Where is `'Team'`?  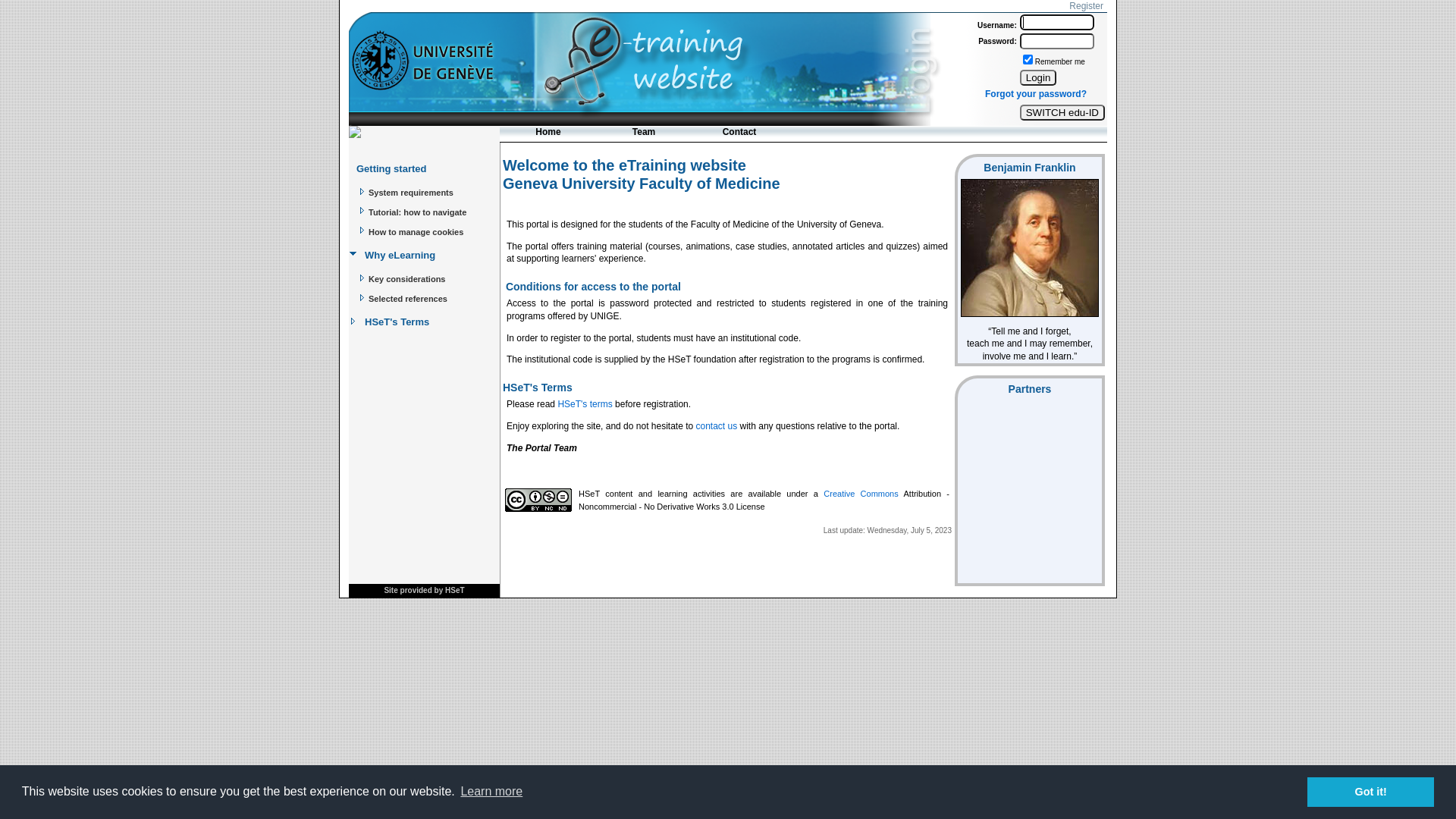 'Team' is located at coordinates (644, 133).